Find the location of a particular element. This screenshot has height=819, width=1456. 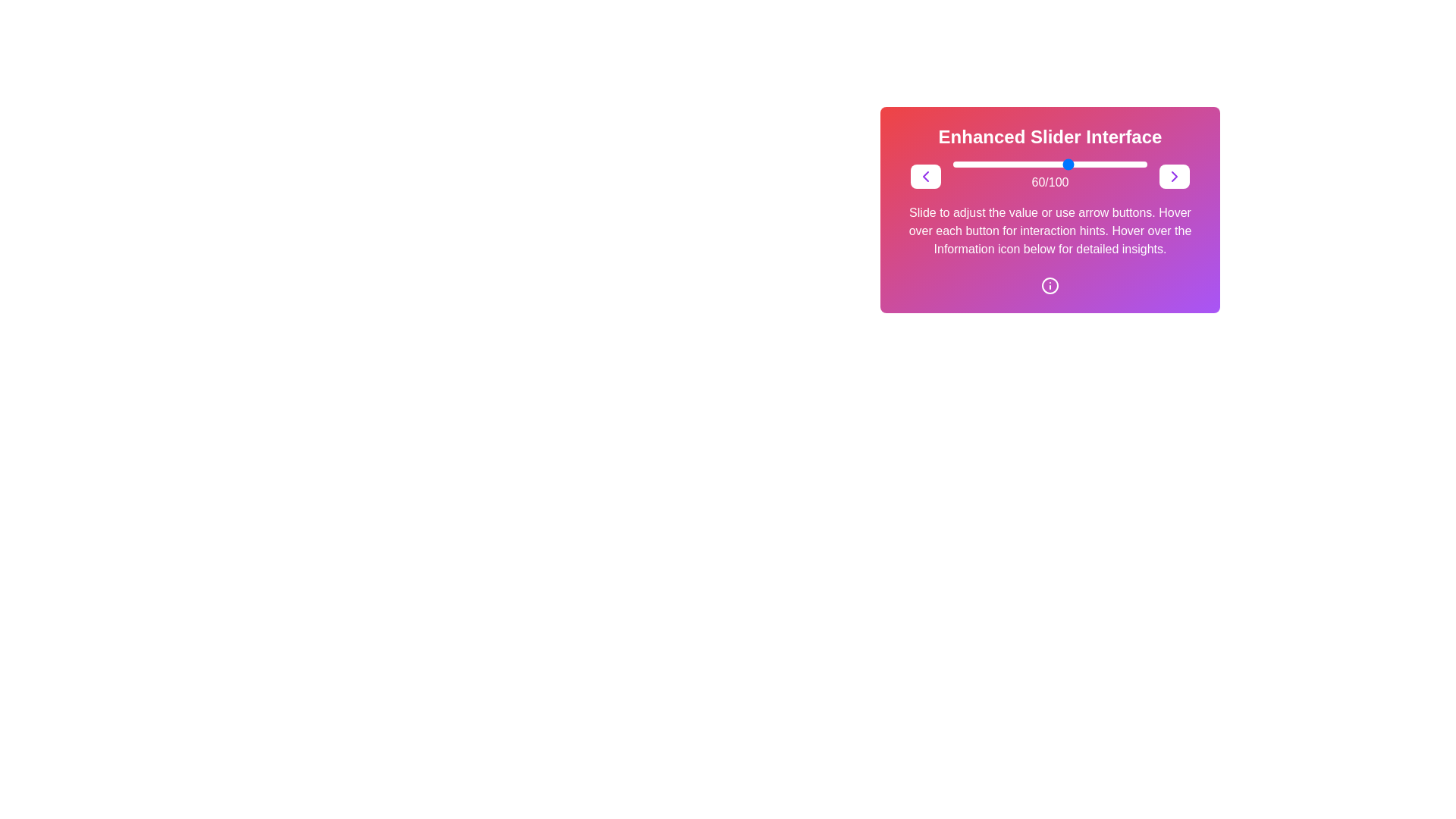

the slider is located at coordinates (1019, 164).